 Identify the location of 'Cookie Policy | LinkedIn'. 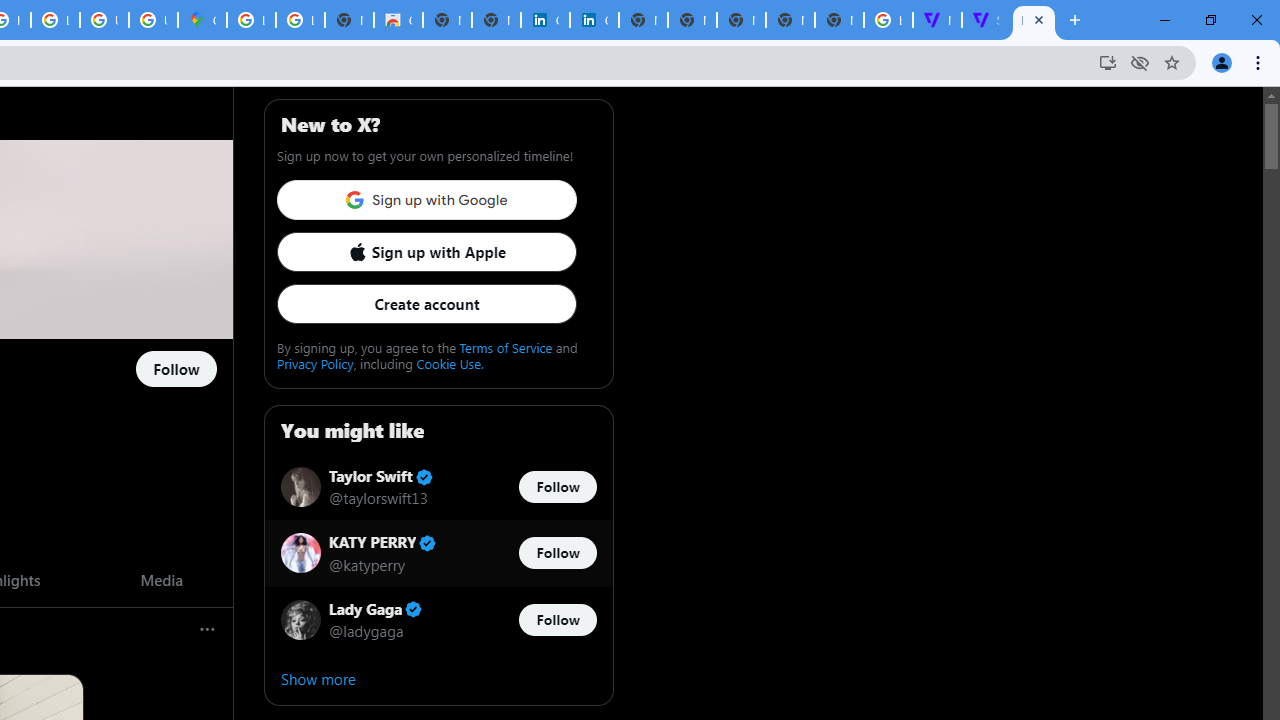
(545, 20).